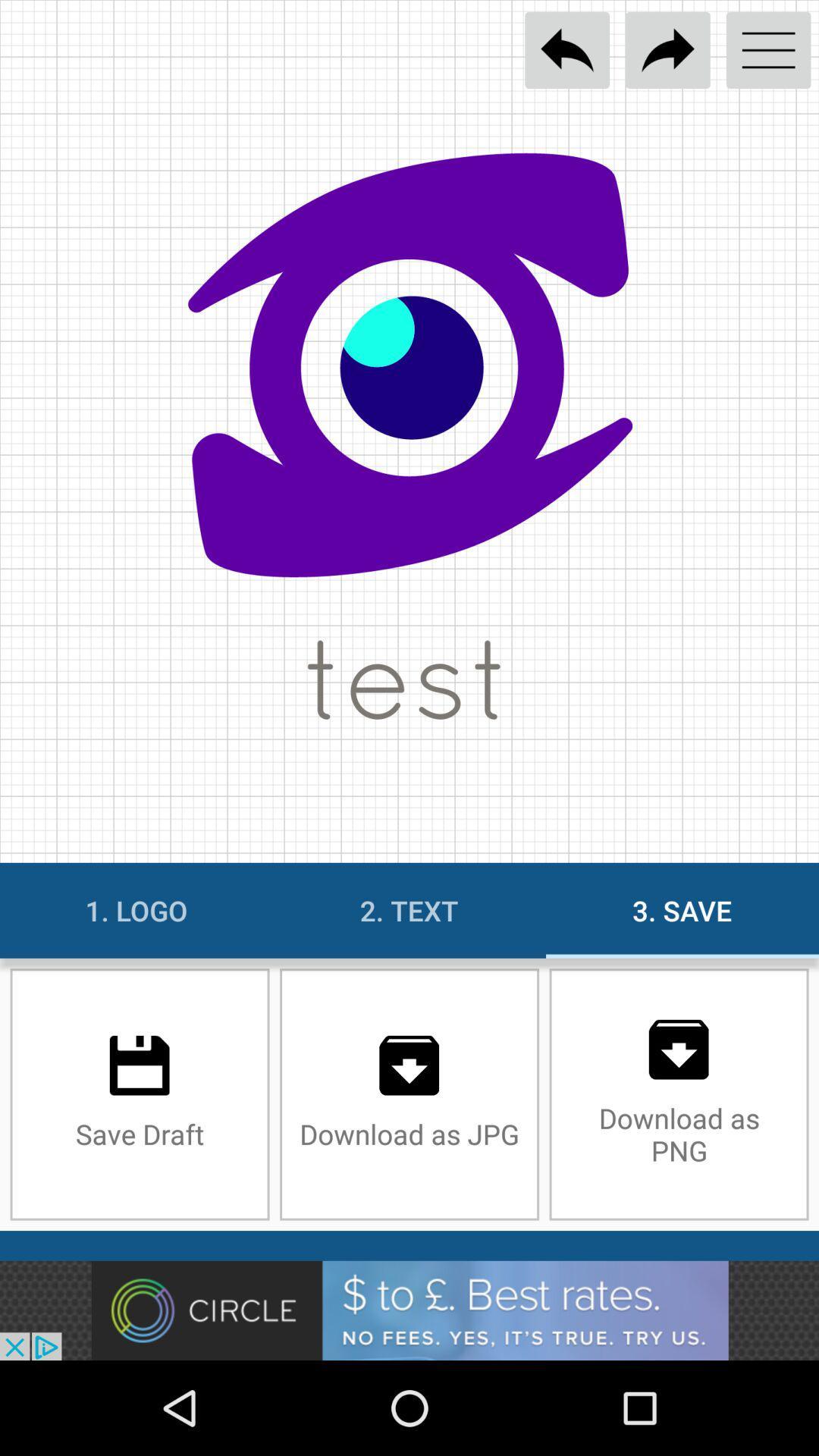 This screenshot has height=1456, width=819. I want to click on the menu icon, so click(768, 50).